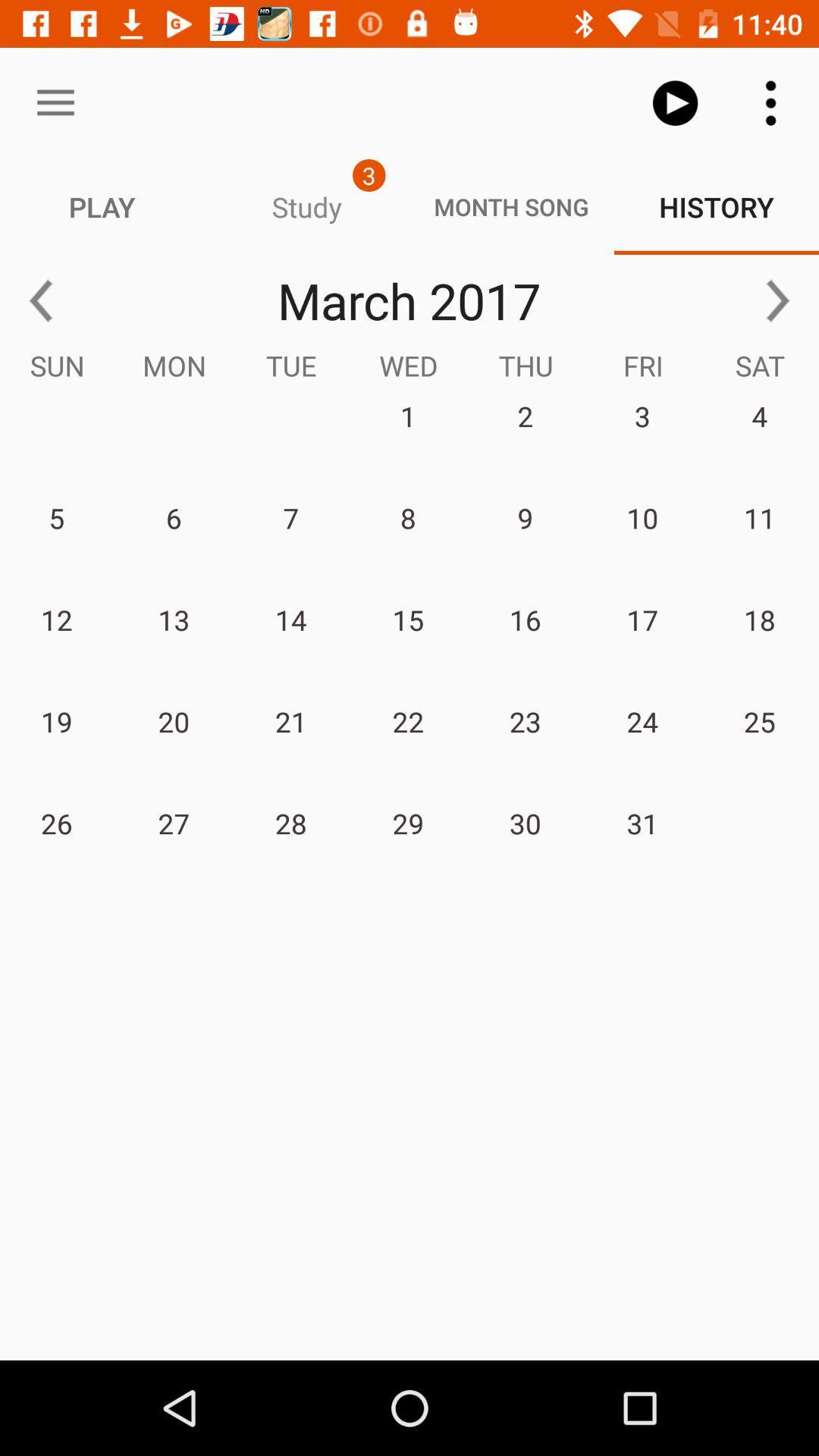 The width and height of the screenshot is (819, 1456). Describe the element at coordinates (40, 300) in the screenshot. I see `the arrow_backward icon` at that location.